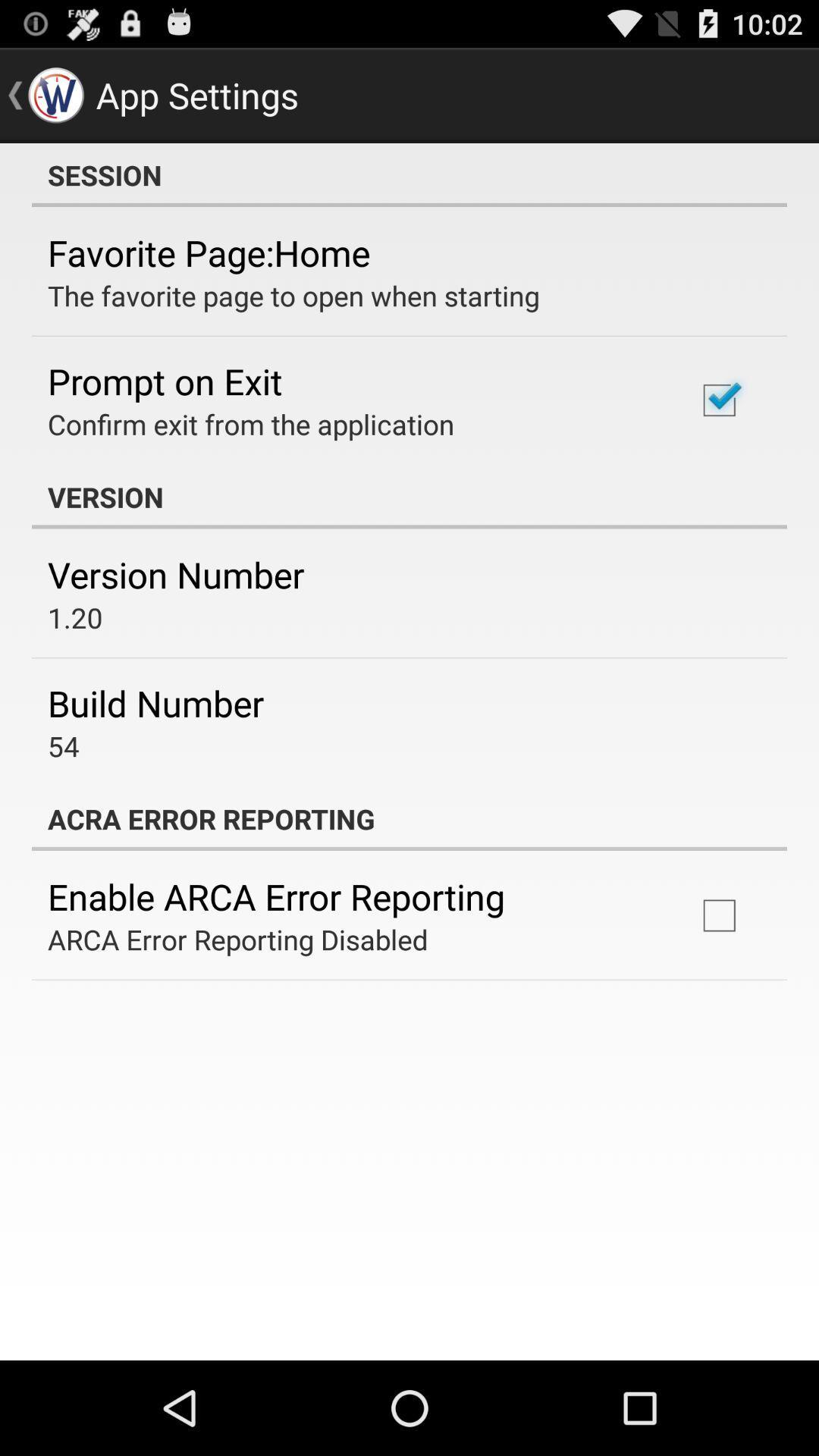 This screenshot has height=1456, width=819. What do you see at coordinates (409, 174) in the screenshot?
I see `session icon` at bounding box center [409, 174].